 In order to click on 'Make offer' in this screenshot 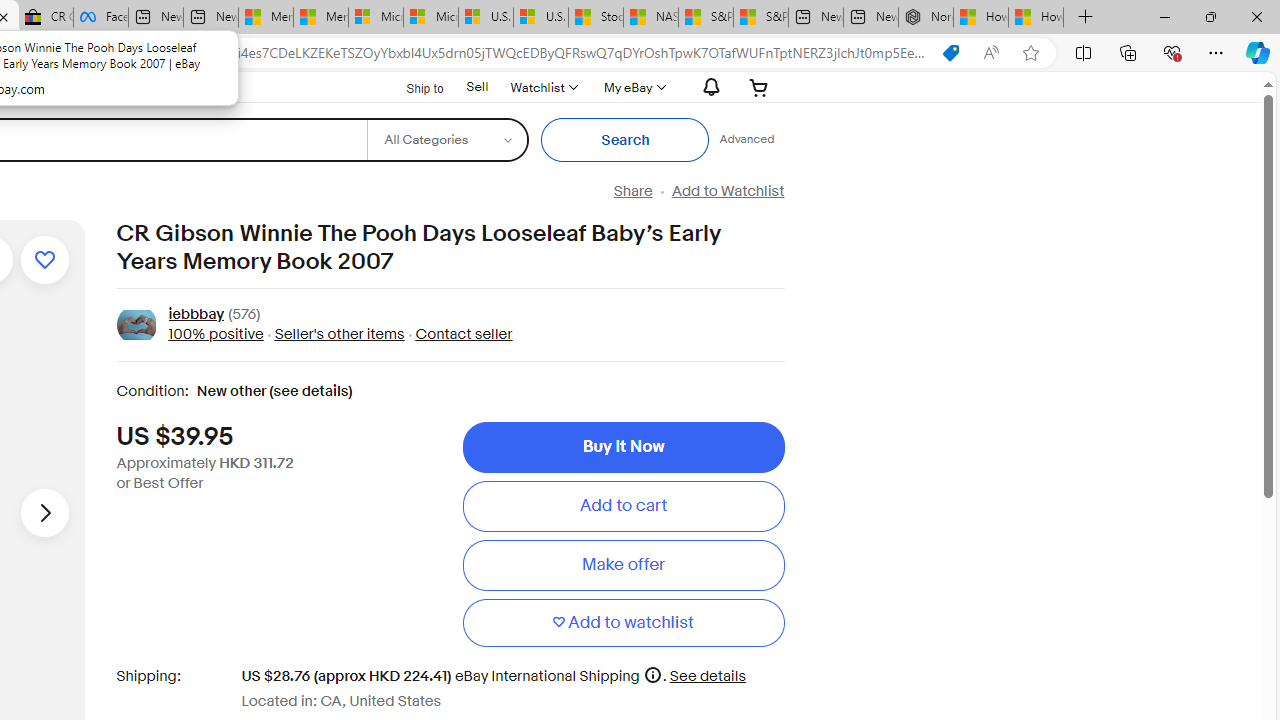, I will do `click(622, 565)`.